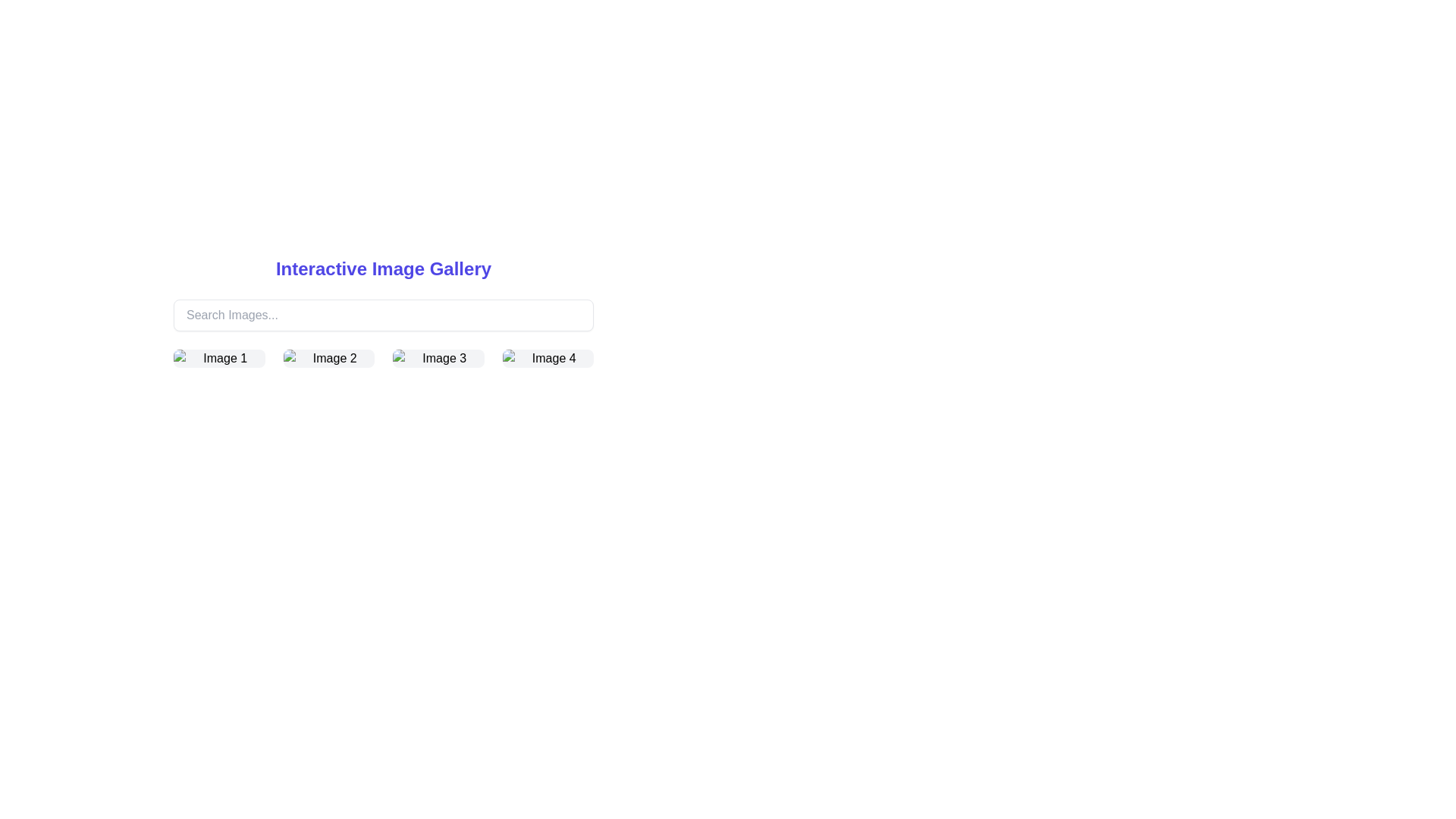 The image size is (1456, 819). I want to click on the Interactive Thumbnail Card labeled 'Image 1' located at the top-left corner of the grid layout, so click(218, 359).